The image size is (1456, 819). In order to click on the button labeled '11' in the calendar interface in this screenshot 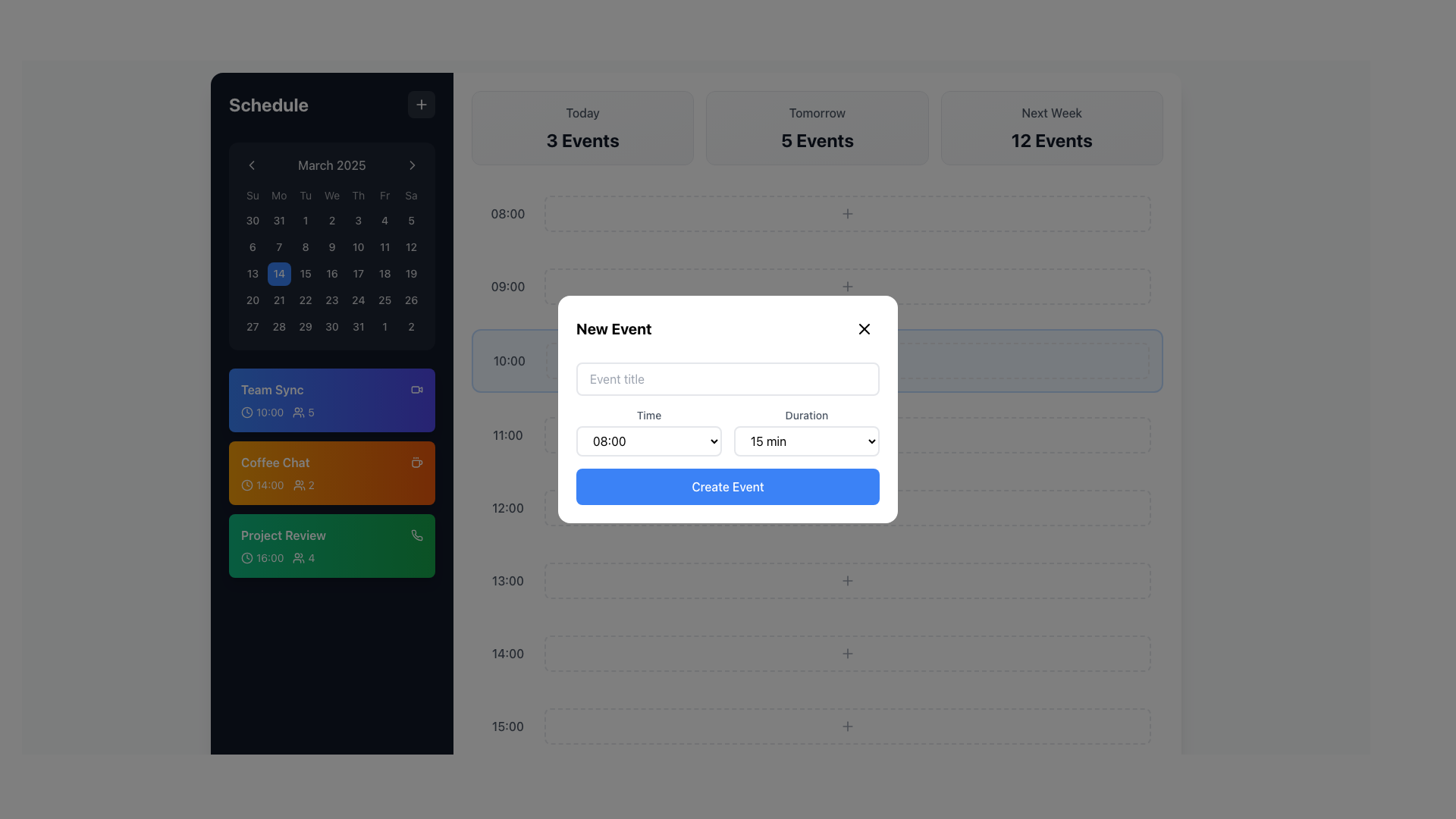, I will do `click(384, 246)`.